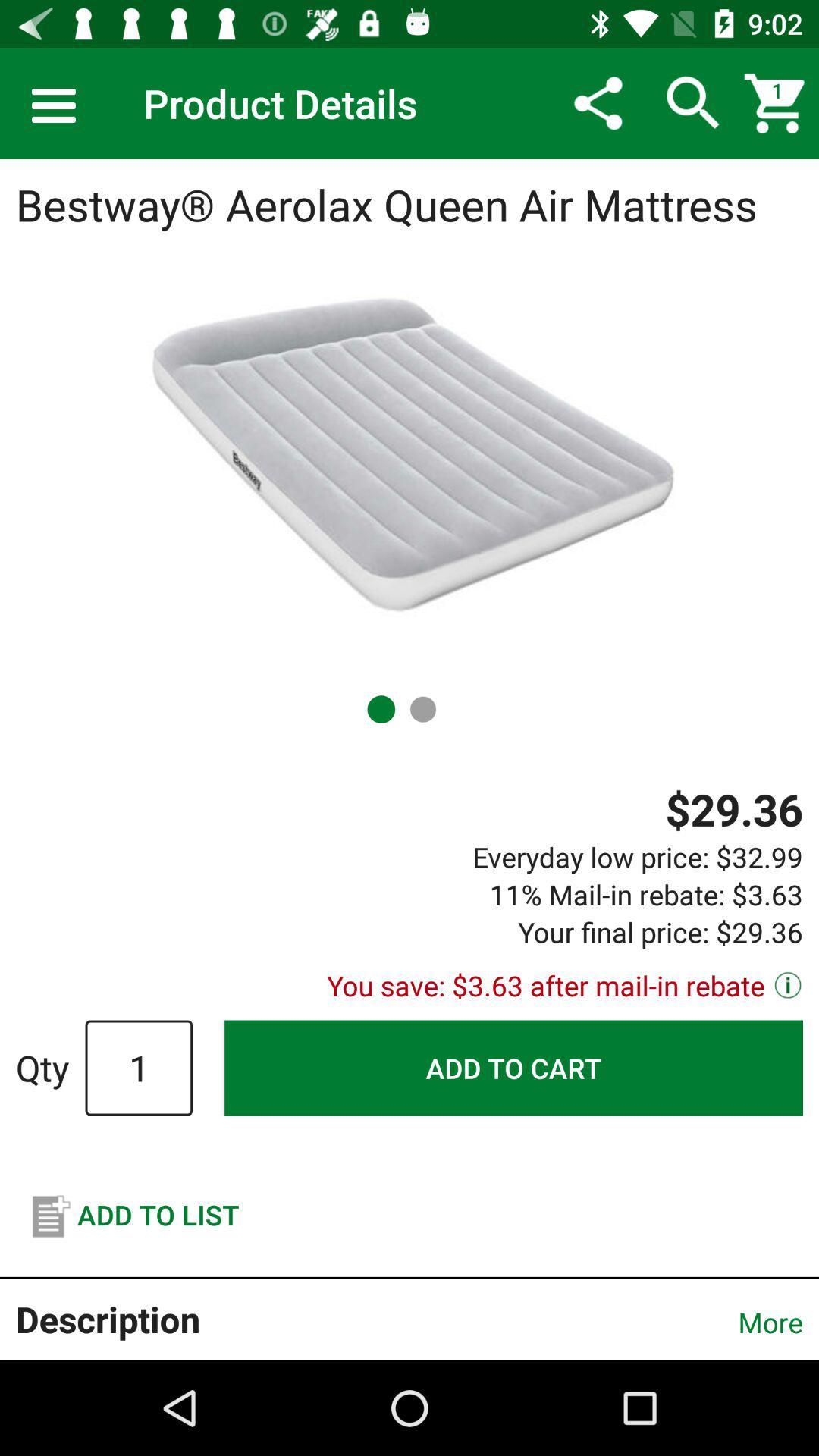 The image size is (819, 1456). What do you see at coordinates (787, 985) in the screenshot?
I see `the info icon` at bounding box center [787, 985].